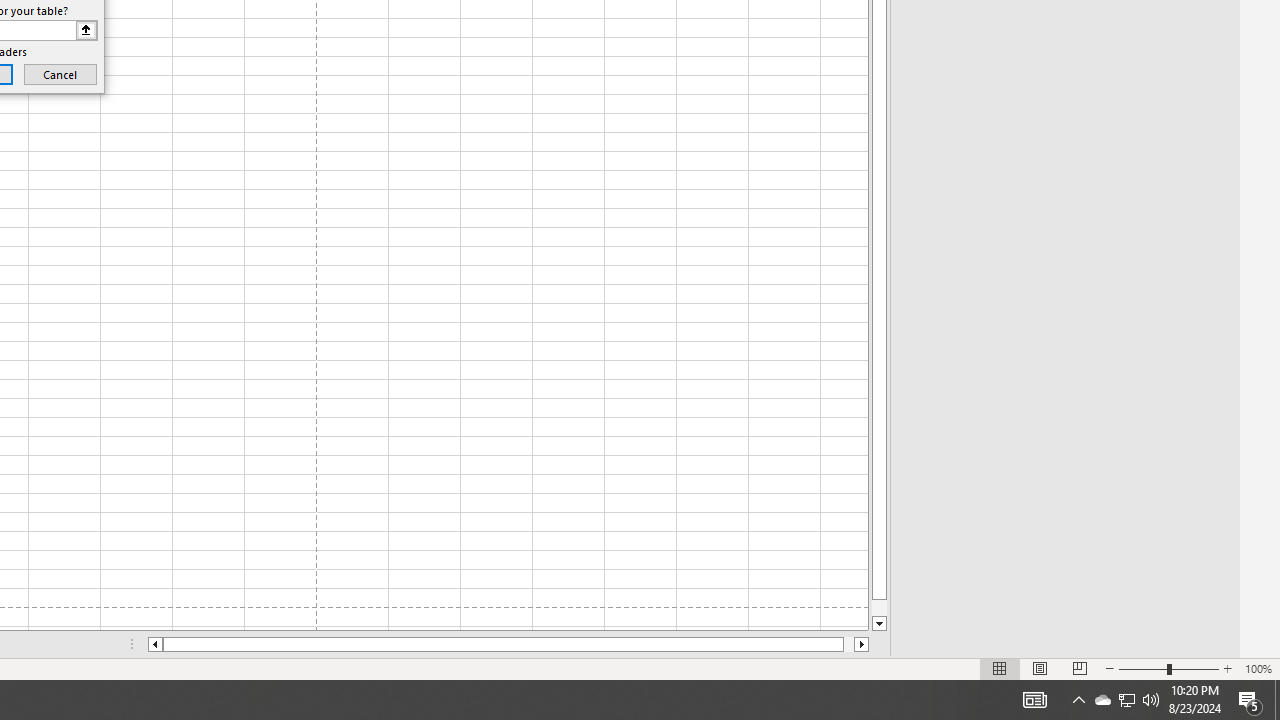 The height and width of the screenshot is (720, 1280). Describe the element at coordinates (1226, 669) in the screenshot. I see `'Zoom In'` at that location.